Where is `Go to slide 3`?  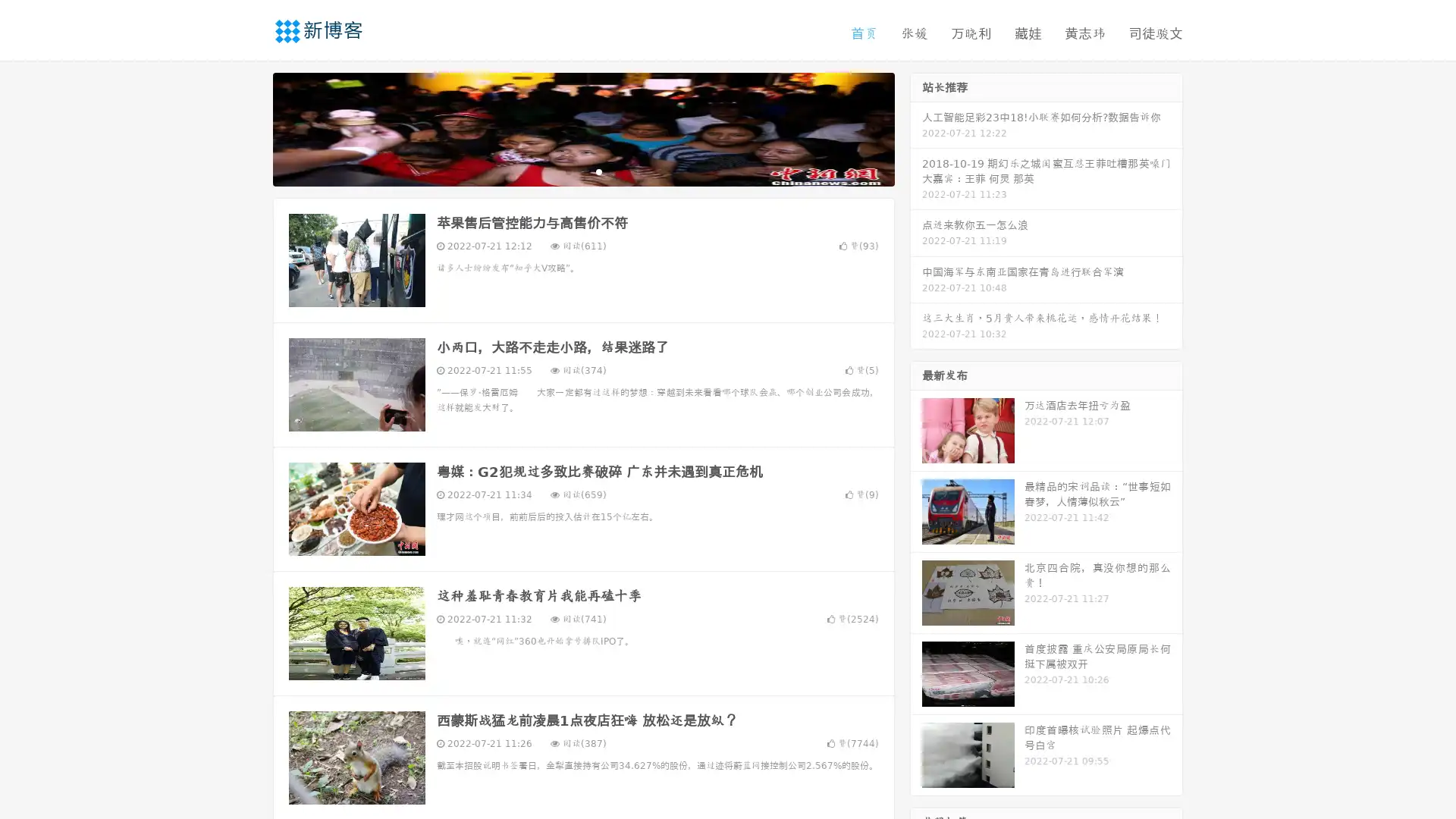 Go to slide 3 is located at coordinates (598, 171).